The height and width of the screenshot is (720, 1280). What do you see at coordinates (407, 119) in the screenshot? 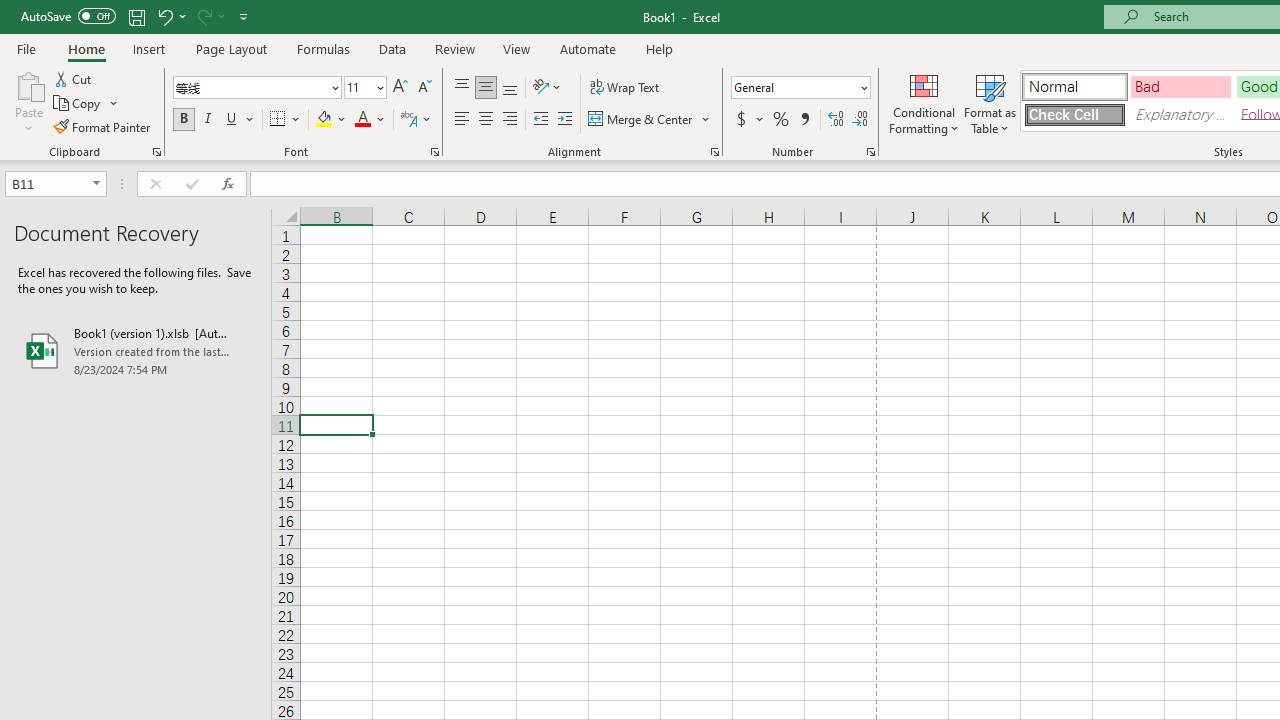
I see `'Show Phonetic Field'` at bounding box center [407, 119].